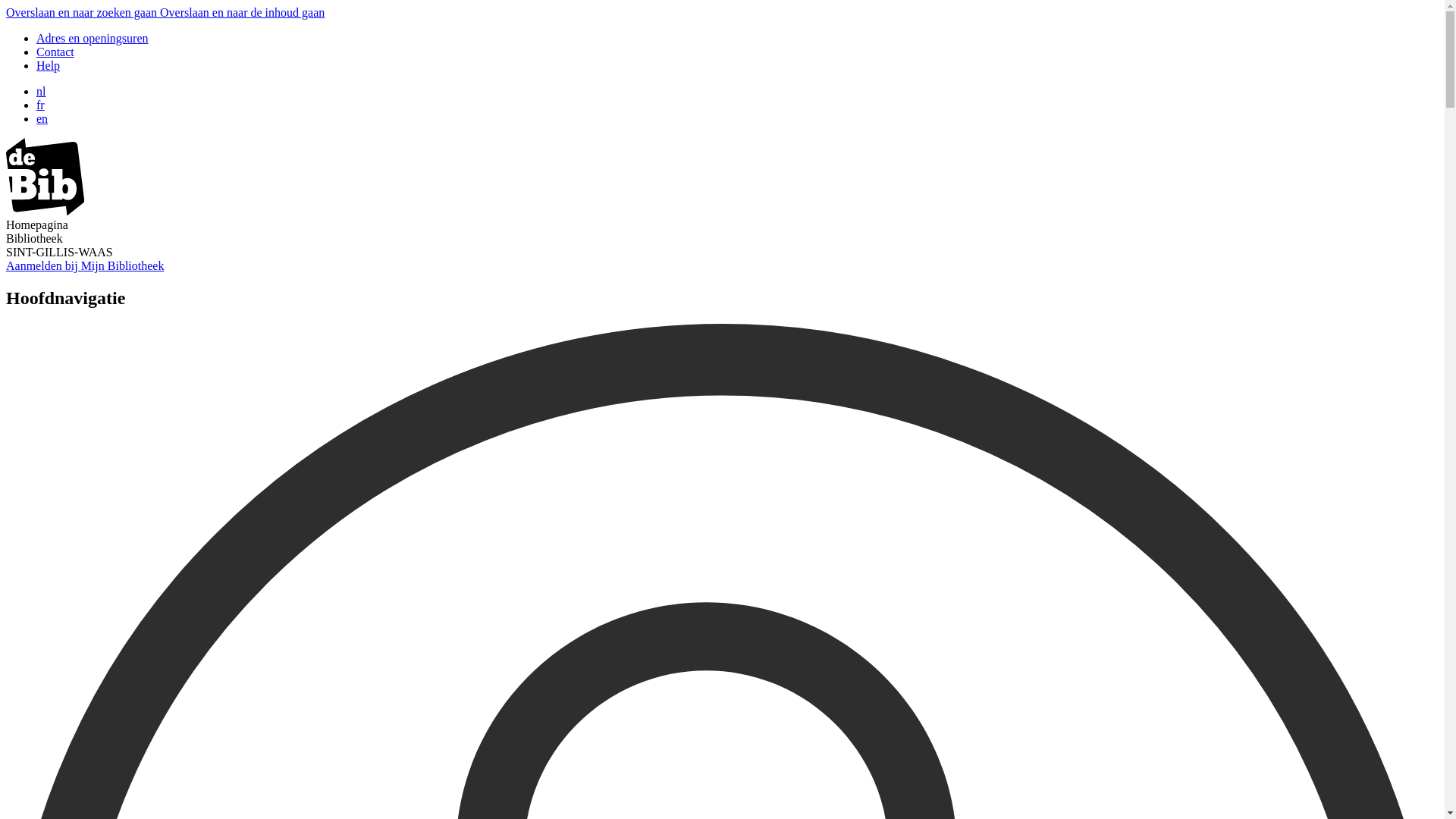  I want to click on 'fr', so click(40, 104).